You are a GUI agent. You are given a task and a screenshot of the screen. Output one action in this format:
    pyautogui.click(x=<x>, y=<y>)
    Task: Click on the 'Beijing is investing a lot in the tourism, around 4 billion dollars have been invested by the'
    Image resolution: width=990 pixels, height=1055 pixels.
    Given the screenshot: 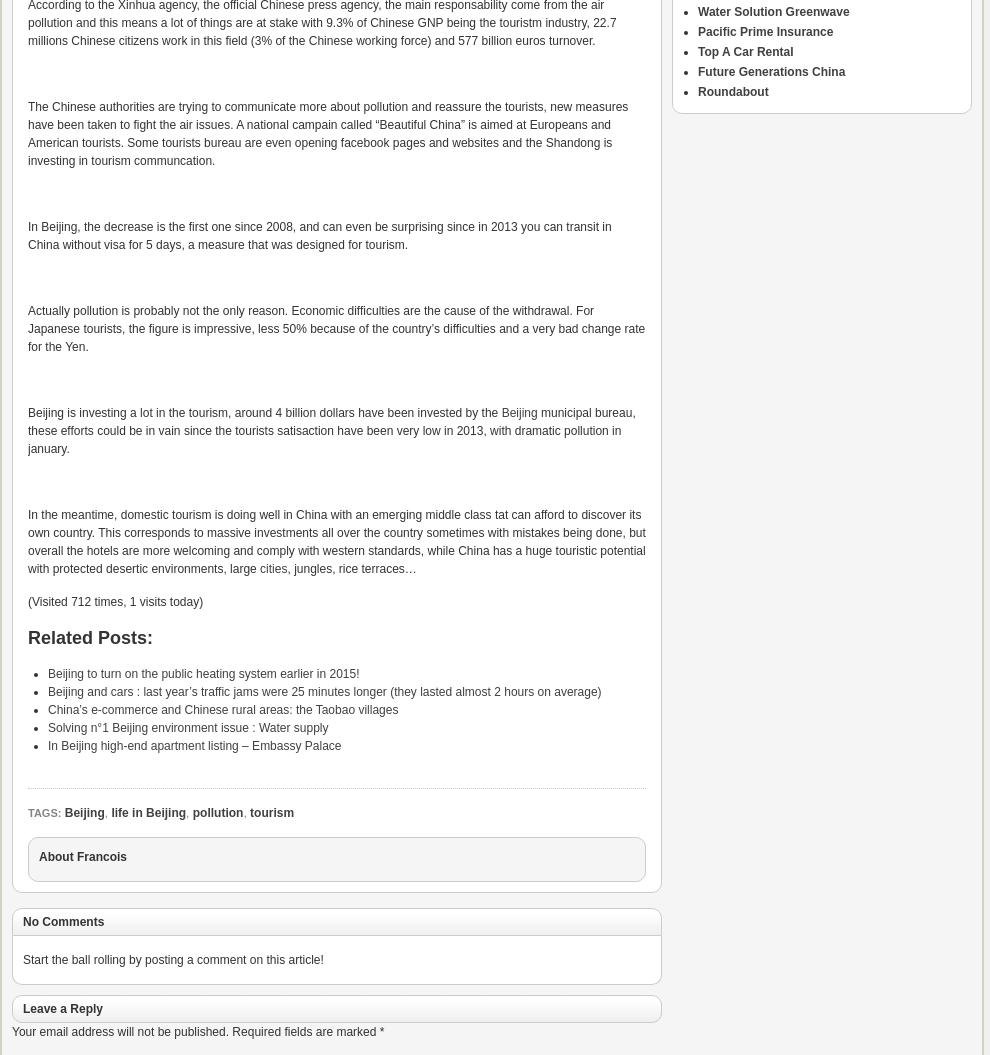 What is the action you would take?
    pyautogui.click(x=264, y=412)
    